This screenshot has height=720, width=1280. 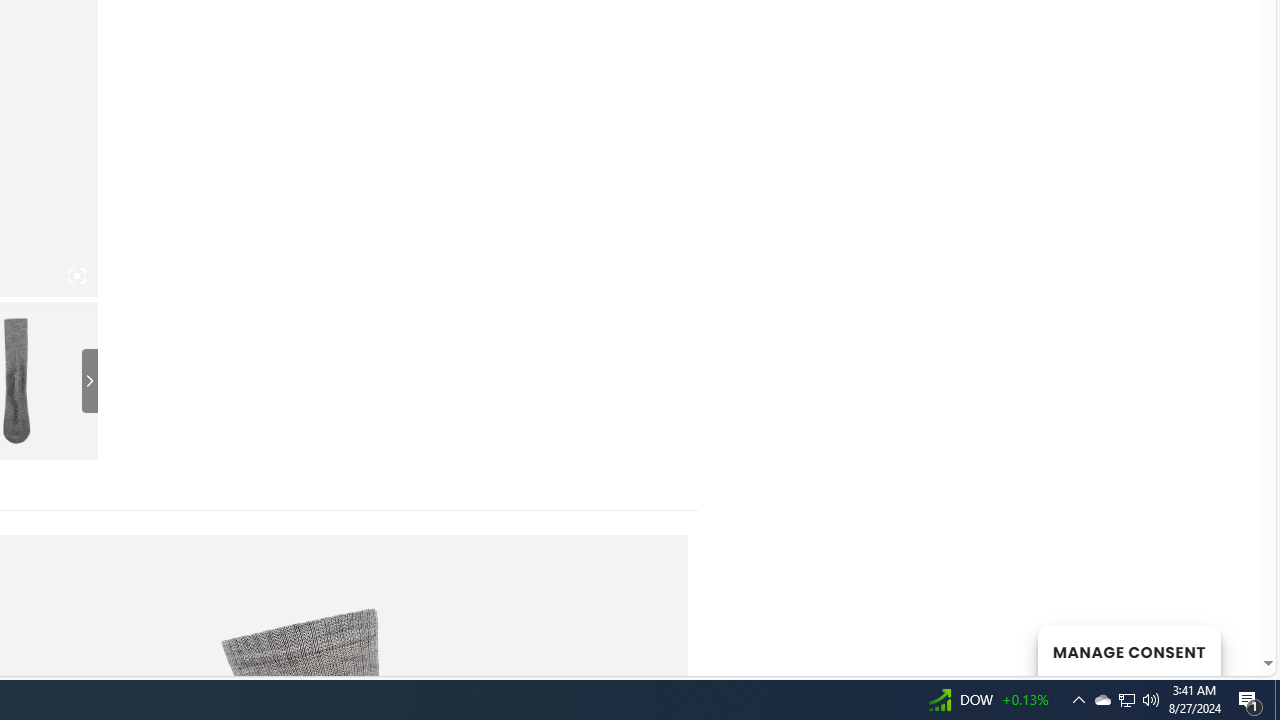 What do you see at coordinates (1128, 650) in the screenshot?
I see `'MANAGE CONSENT'` at bounding box center [1128, 650].